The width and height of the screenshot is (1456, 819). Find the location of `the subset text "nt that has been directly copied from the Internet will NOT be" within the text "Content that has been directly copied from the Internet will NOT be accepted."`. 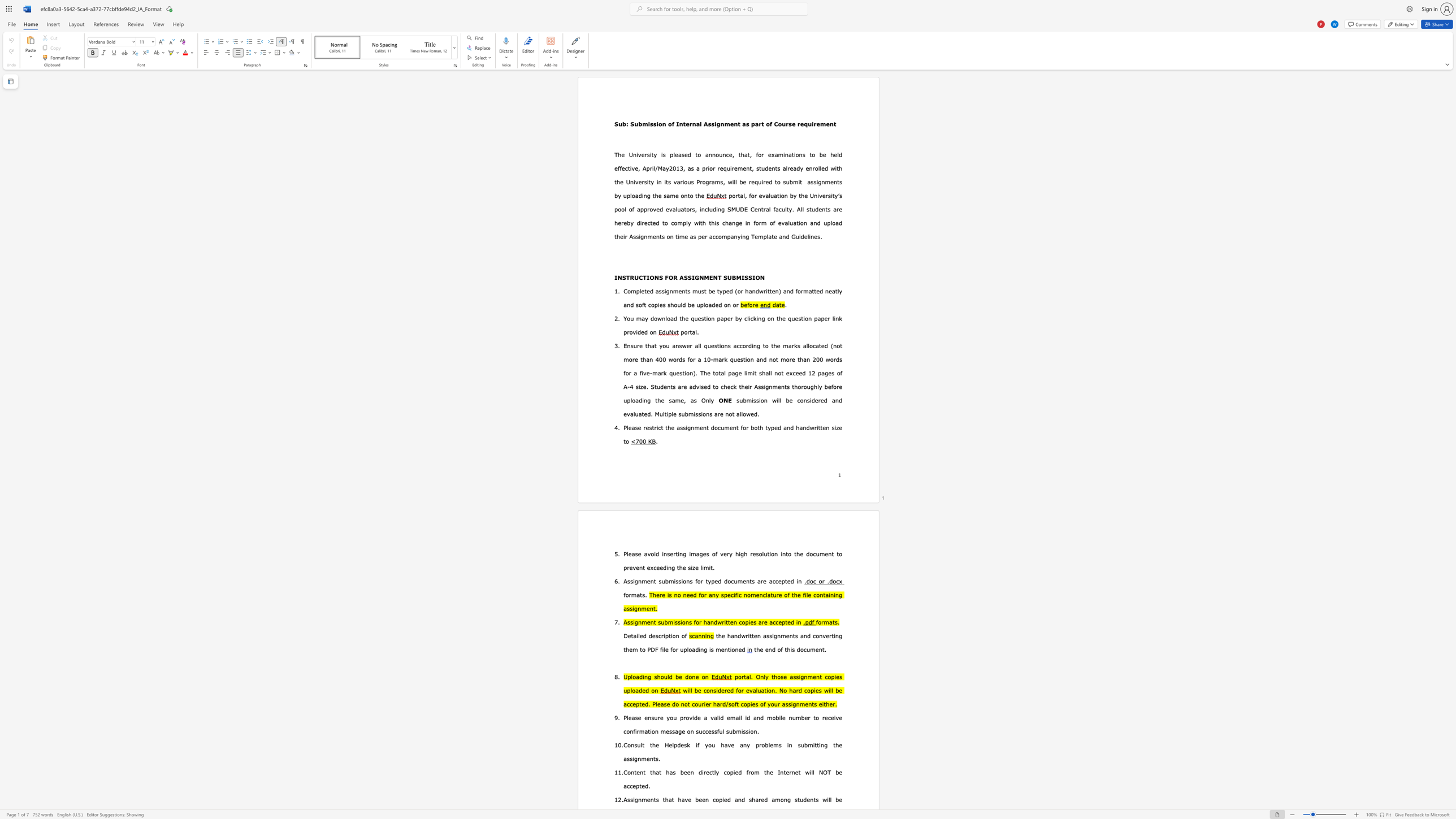

the subset text "nt that has been directly copied from the Internet will NOT be" within the text "Content that has been directly copied from the Internet will NOT be accepted." is located at coordinates (639, 772).